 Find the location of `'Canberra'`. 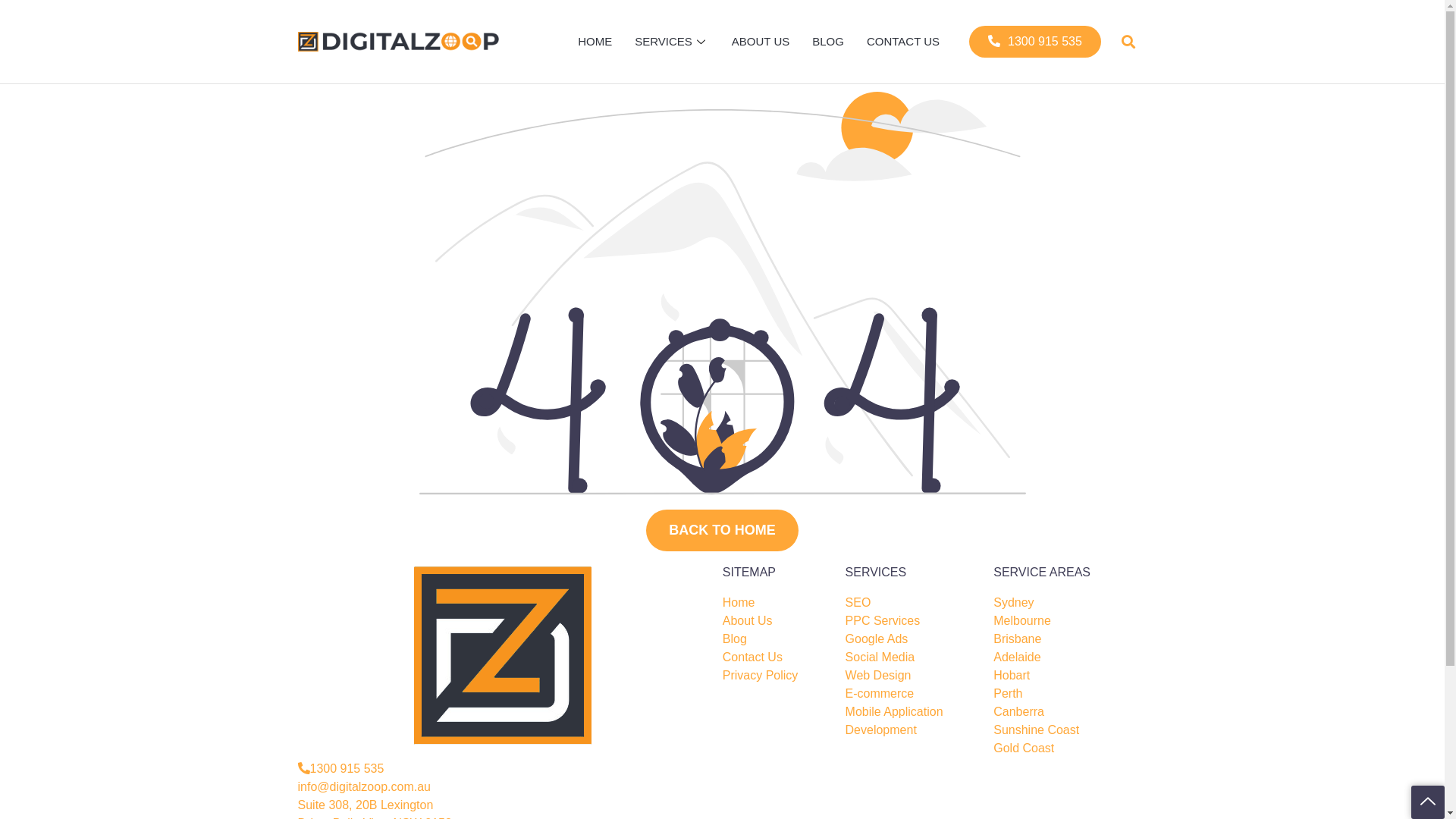

'Canberra' is located at coordinates (1018, 711).